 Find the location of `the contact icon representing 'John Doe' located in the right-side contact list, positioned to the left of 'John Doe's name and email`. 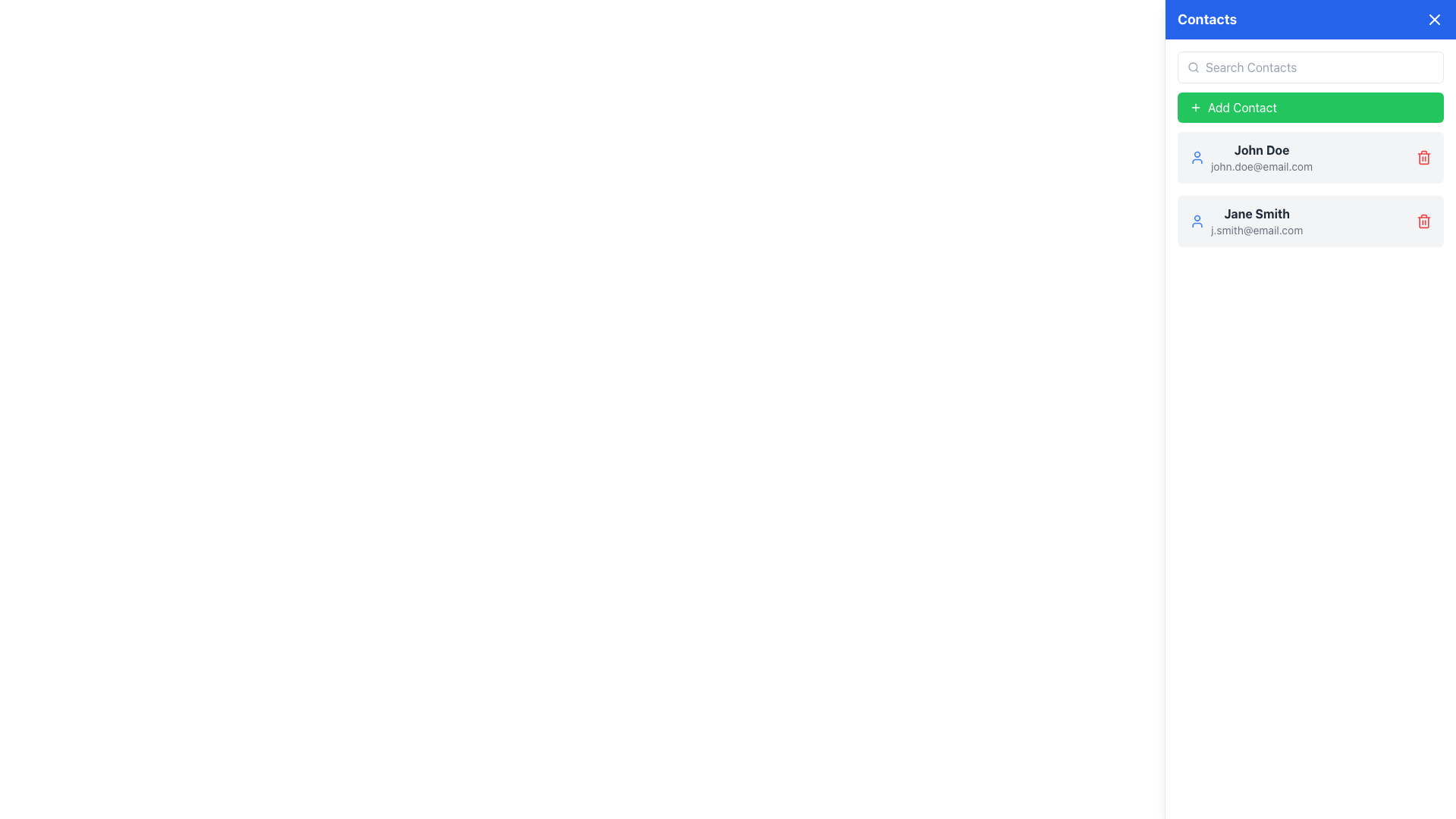

the contact icon representing 'John Doe' located in the right-side contact list, positioned to the left of 'John Doe's name and email is located at coordinates (1197, 158).